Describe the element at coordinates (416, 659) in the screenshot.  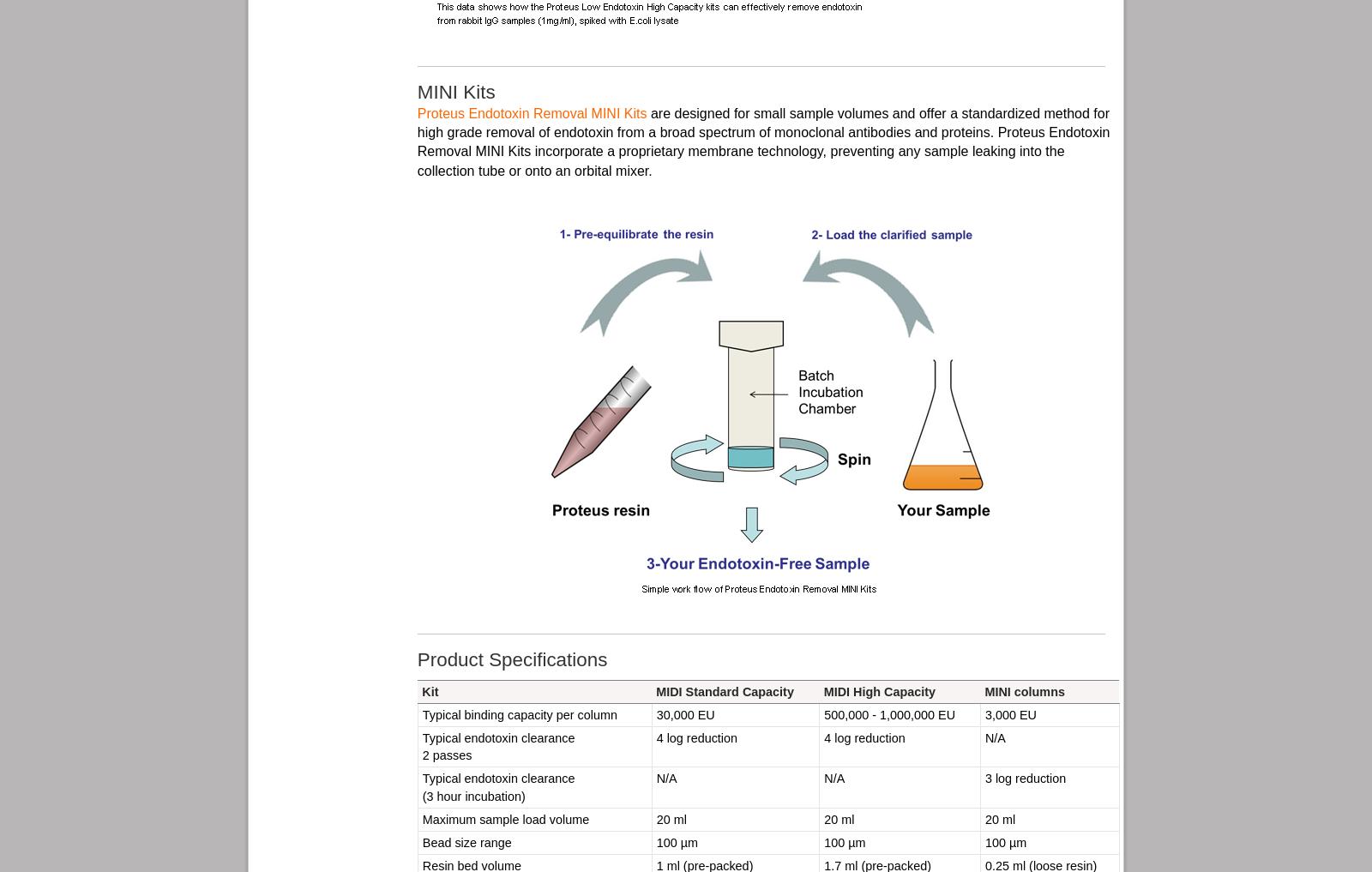
I see `'Product Specifications'` at that location.